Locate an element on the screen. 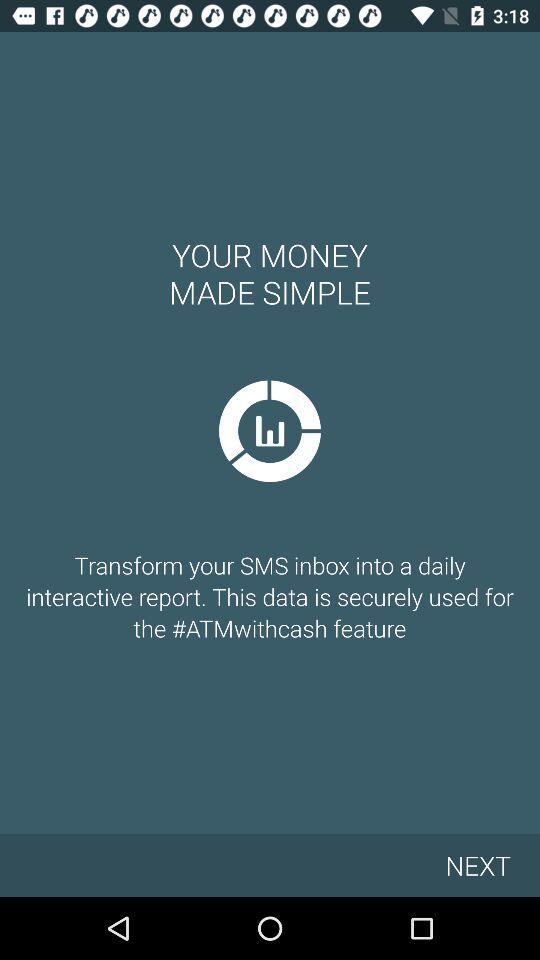 This screenshot has width=540, height=960. the icon below transform your sms icon is located at coordinates (477, 864).